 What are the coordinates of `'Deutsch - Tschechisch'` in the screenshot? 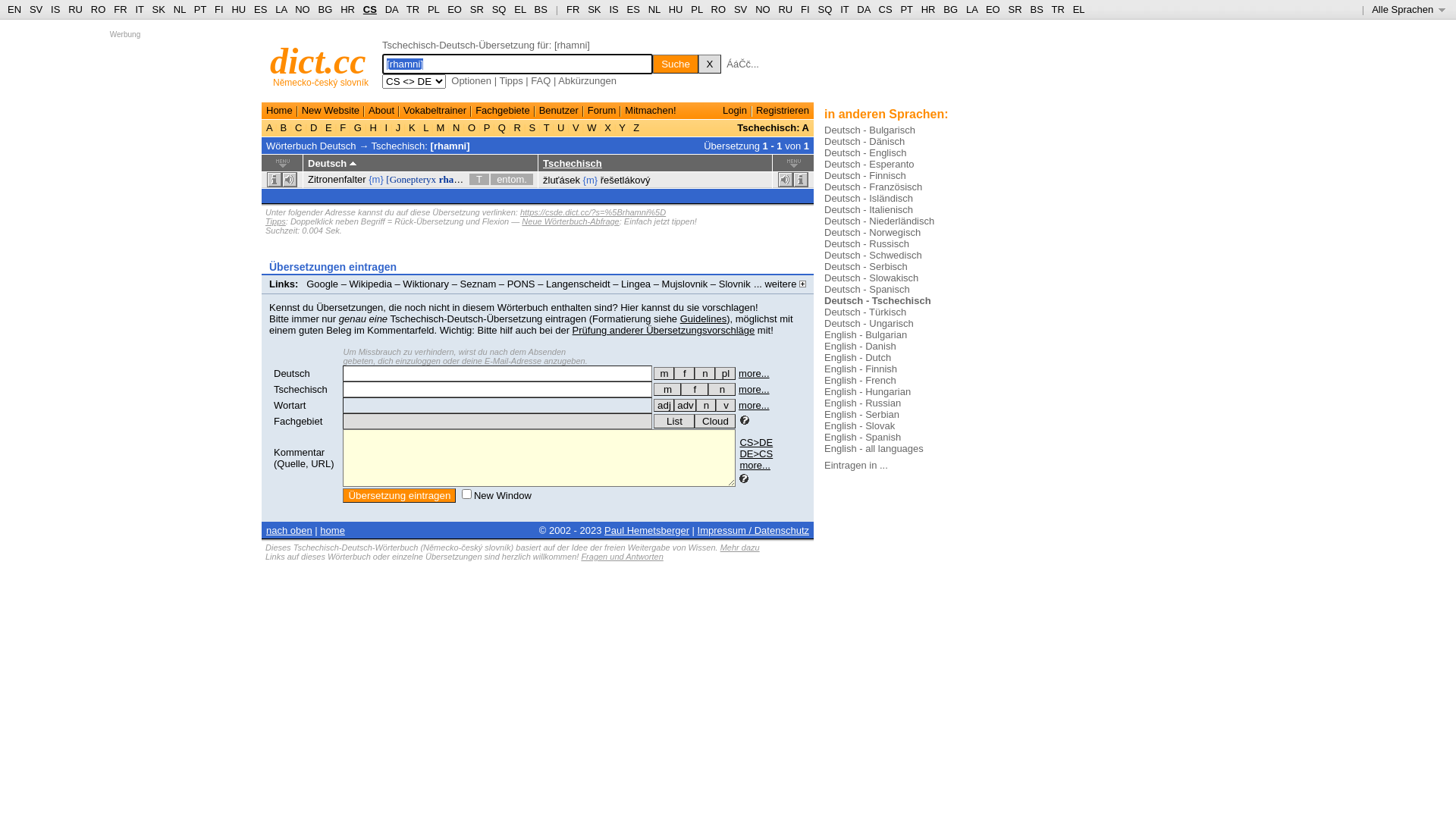 It's located at (877, 300).